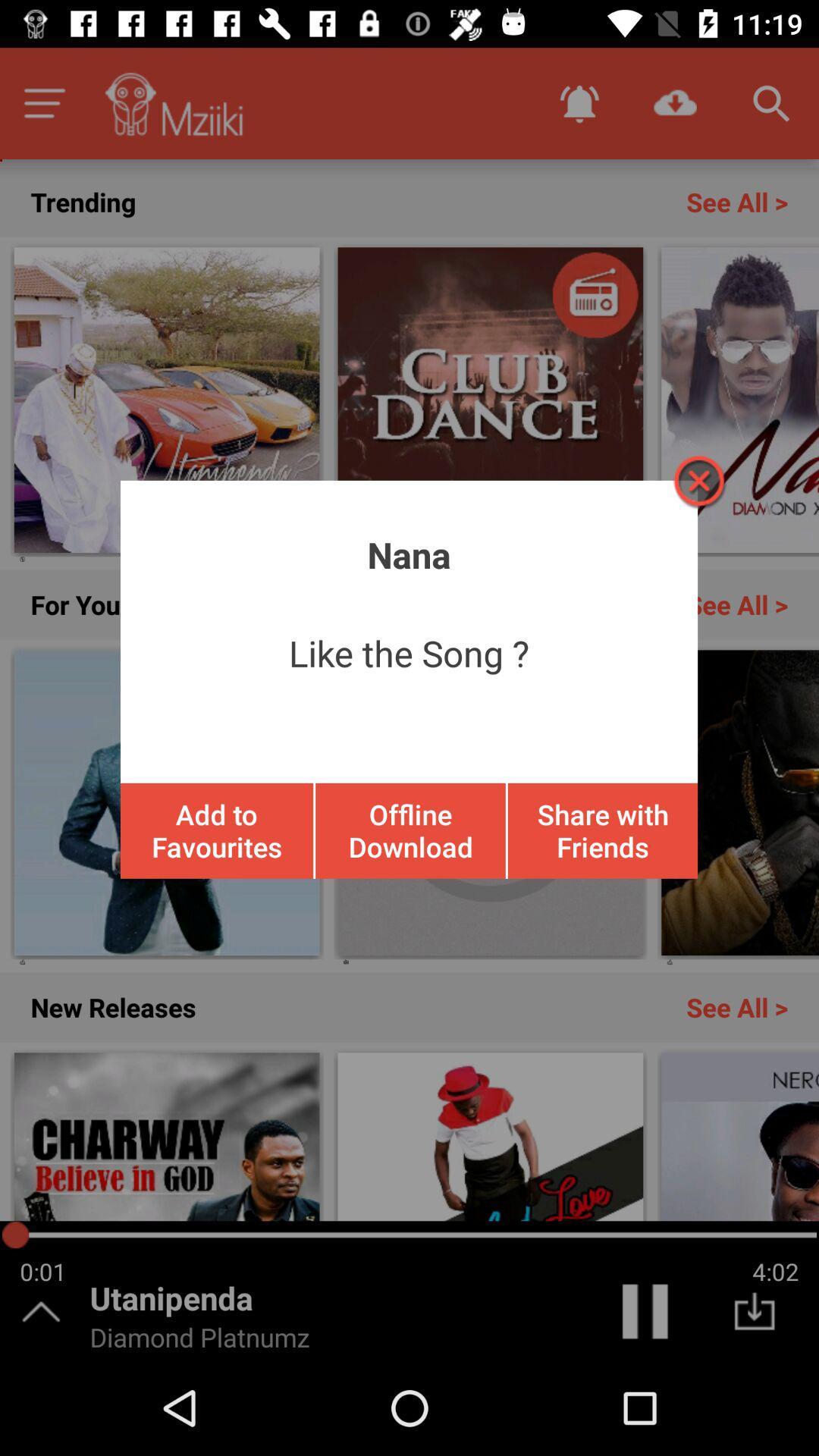 This screenshot has width=819, height=1456. Describe the element at coordinates (698, 480) in the screenshot. I see `the close icon` at that location.